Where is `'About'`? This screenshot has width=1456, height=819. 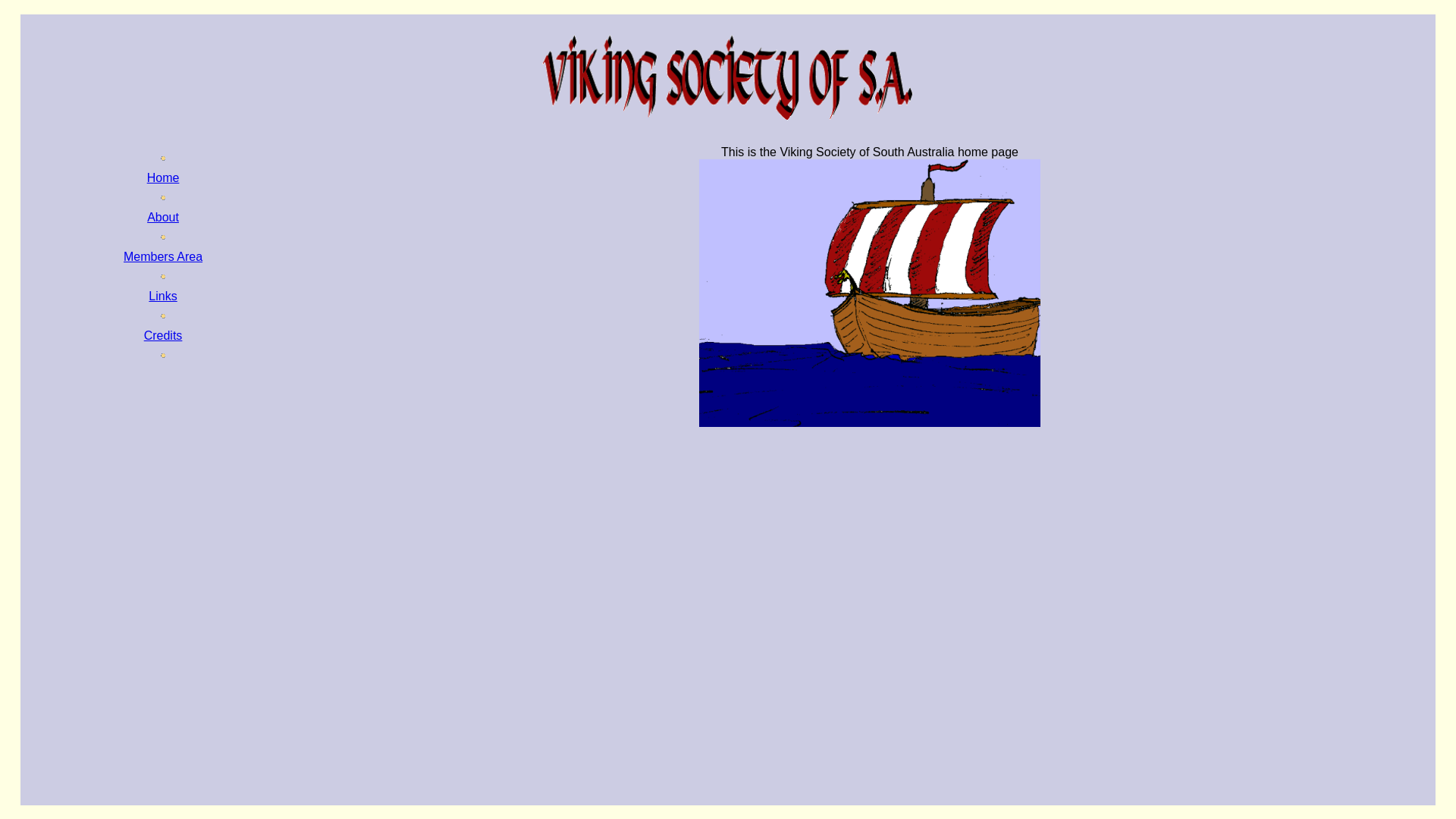 'About' is located at coordinates (163, 217).